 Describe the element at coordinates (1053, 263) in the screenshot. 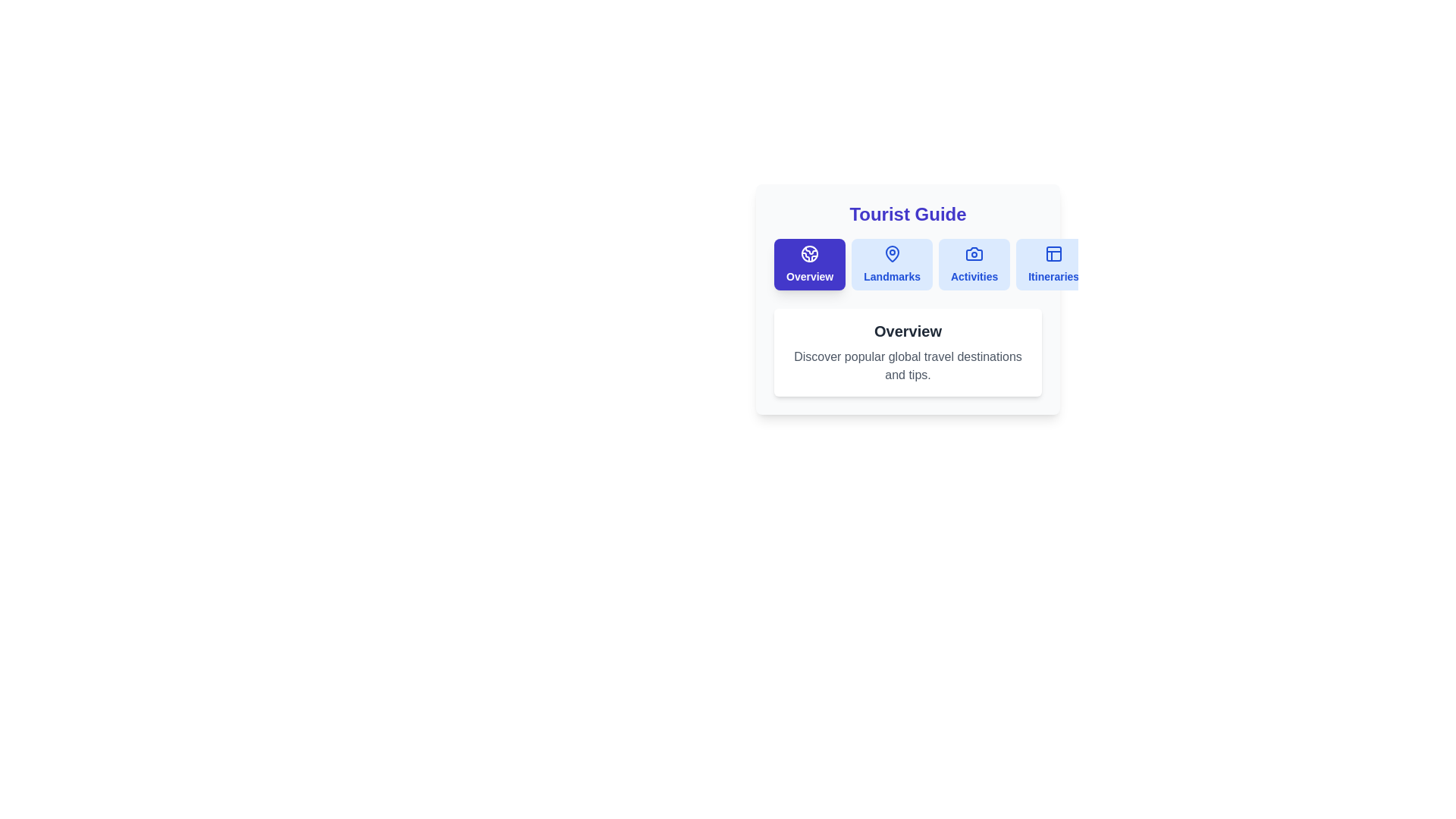

I see `the tab labeled Itineraries to inspect its icon and label` at that location.